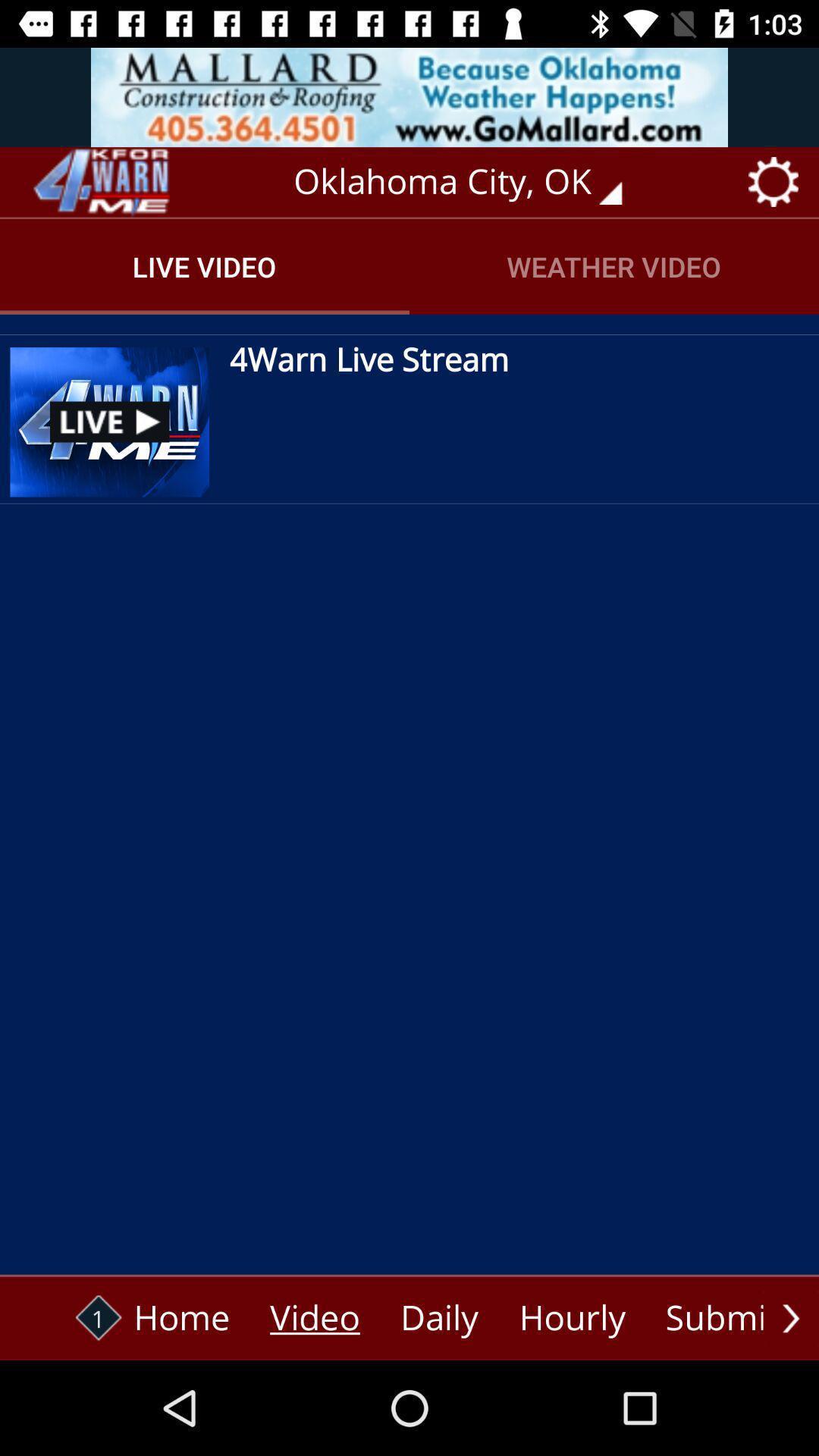 The height and width of the screenshot is (1456, 819). What do you see at coordinates (99, 182) in the screenshot?
I see `icon to the left of oklahoma city, ok icon` at bounding box center [99, 182].